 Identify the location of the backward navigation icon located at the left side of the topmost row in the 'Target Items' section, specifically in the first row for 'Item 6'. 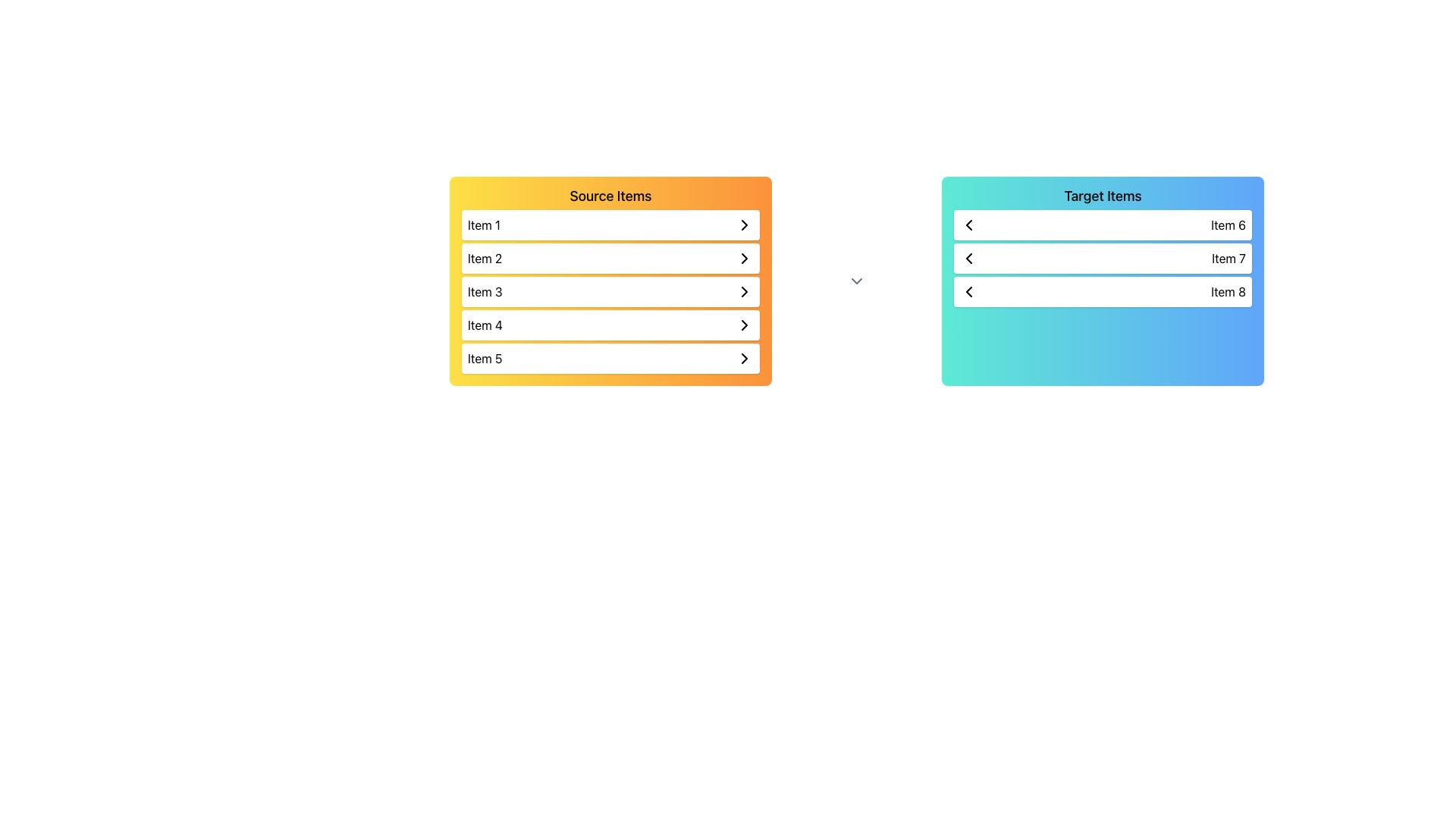
(968, 225).